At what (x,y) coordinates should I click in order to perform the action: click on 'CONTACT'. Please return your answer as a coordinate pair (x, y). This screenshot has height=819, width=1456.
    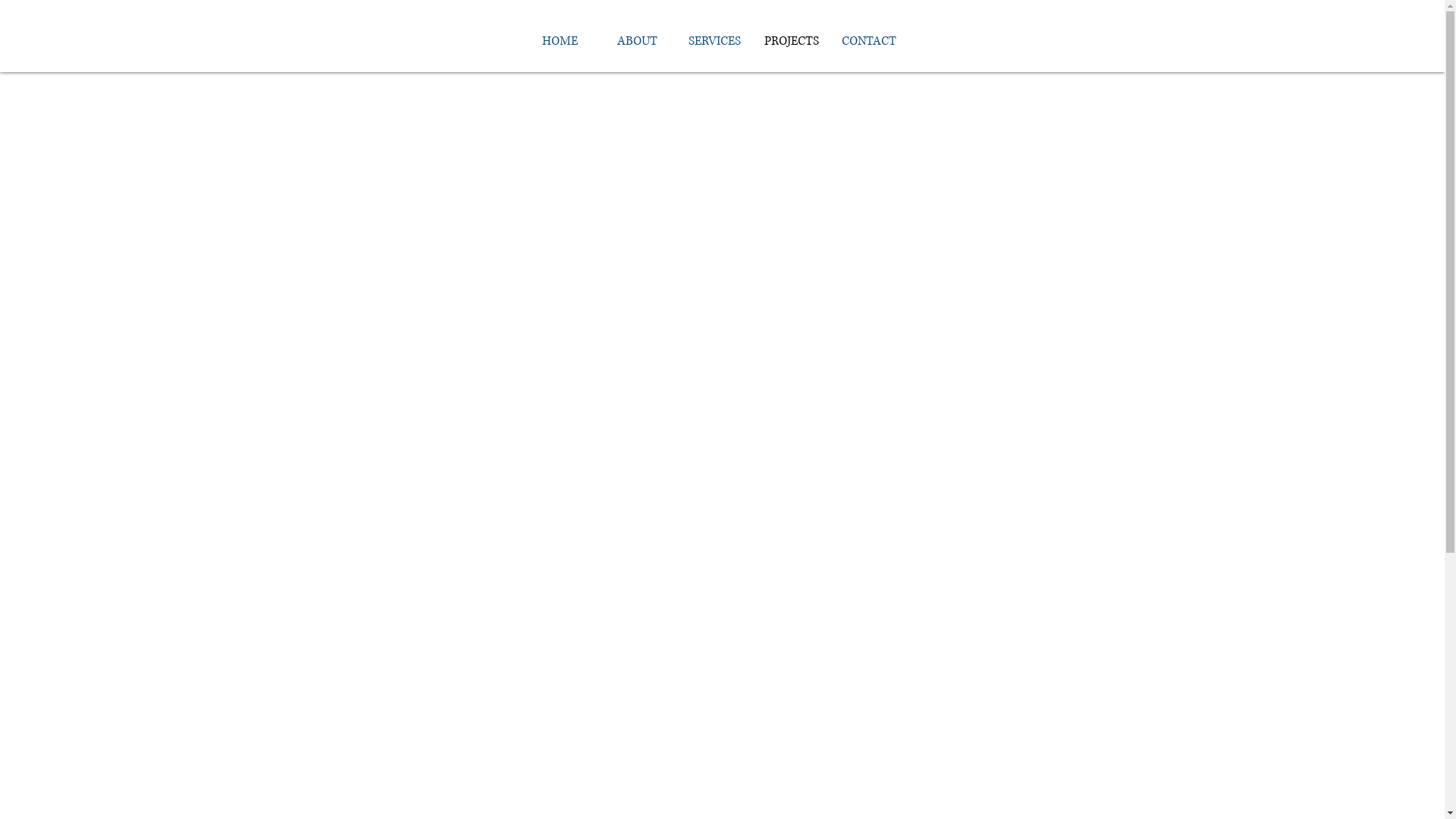
    Looking at the image, I should click on (869, 40).